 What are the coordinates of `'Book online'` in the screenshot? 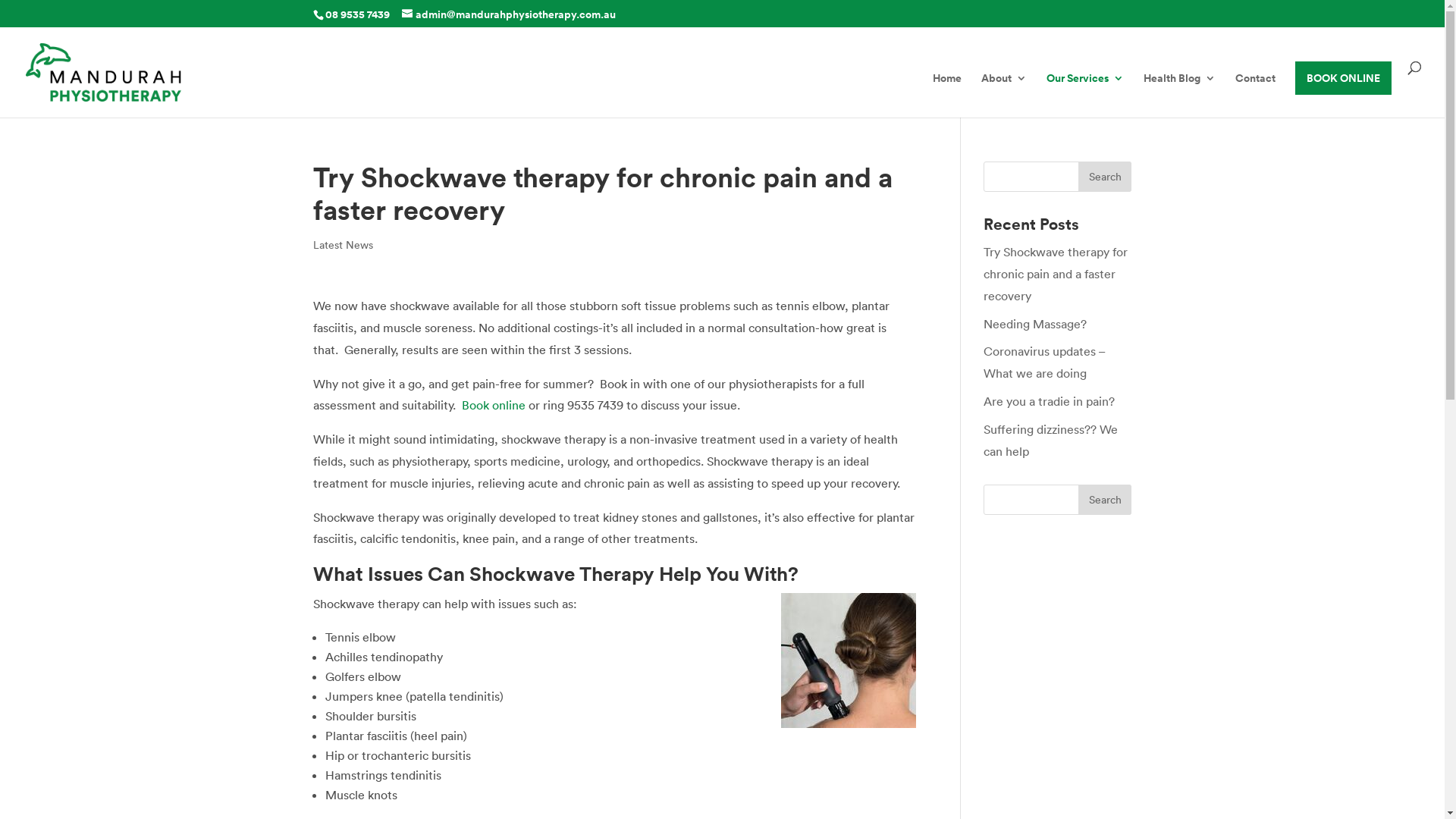 It's located at (460, 403).